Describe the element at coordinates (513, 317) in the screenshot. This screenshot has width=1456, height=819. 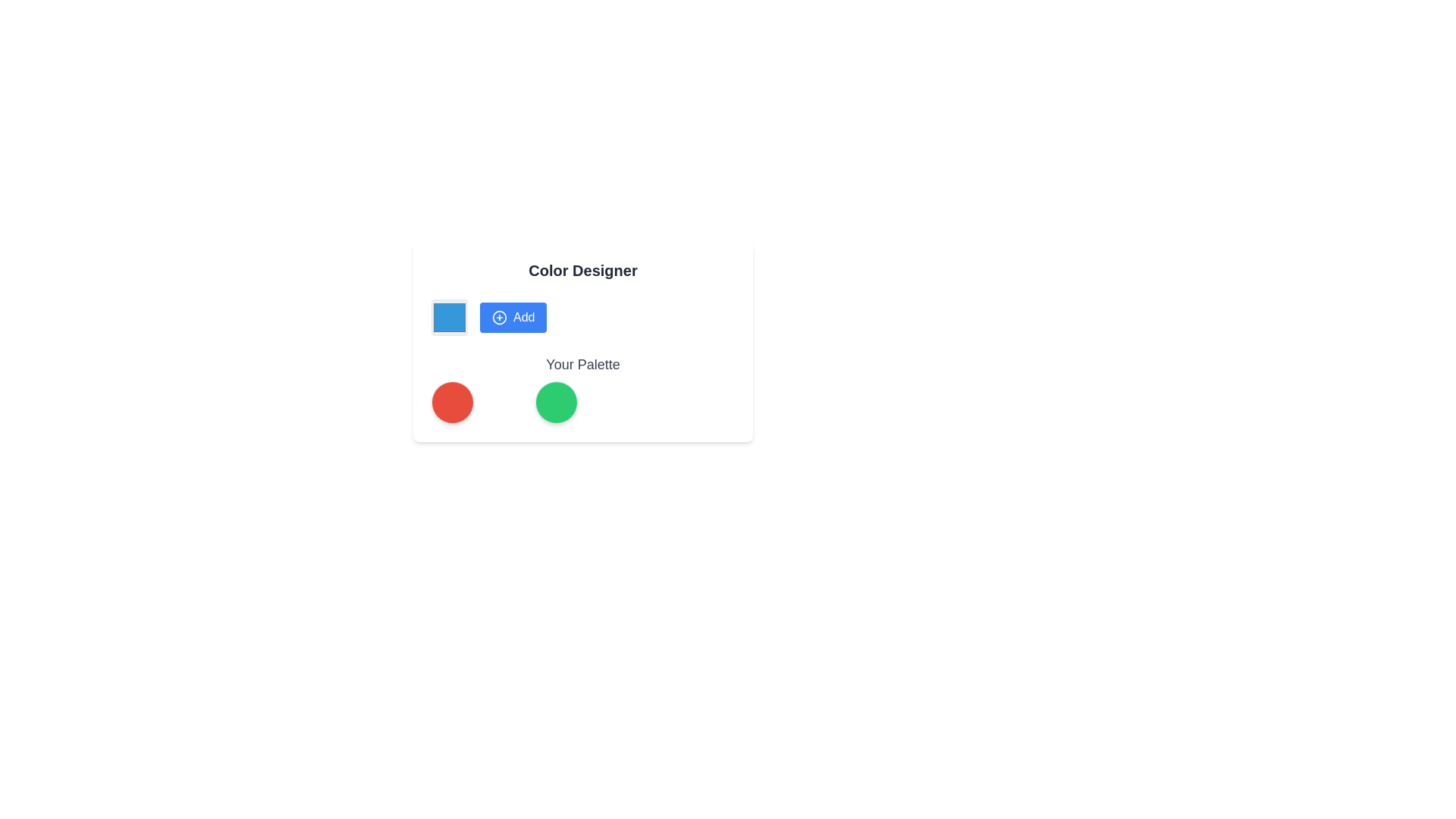
I see `the button that adds a new item or color to the palette, located centrally at the top of the layout below the 'Color Designer' title` at that location.